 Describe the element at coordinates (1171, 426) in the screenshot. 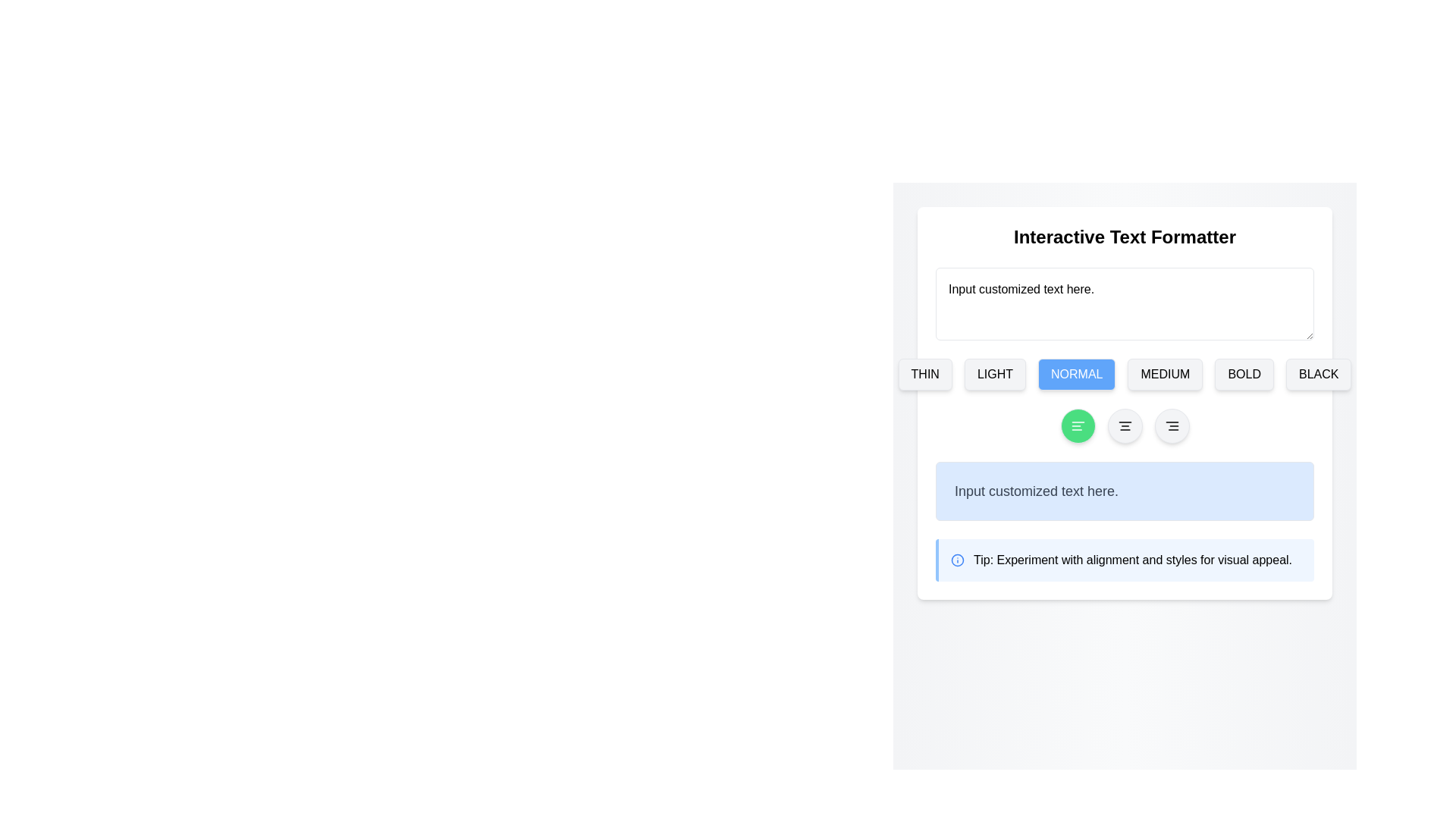

I see `the right-align button in the text formatting application for keyboard navigation` at that location.